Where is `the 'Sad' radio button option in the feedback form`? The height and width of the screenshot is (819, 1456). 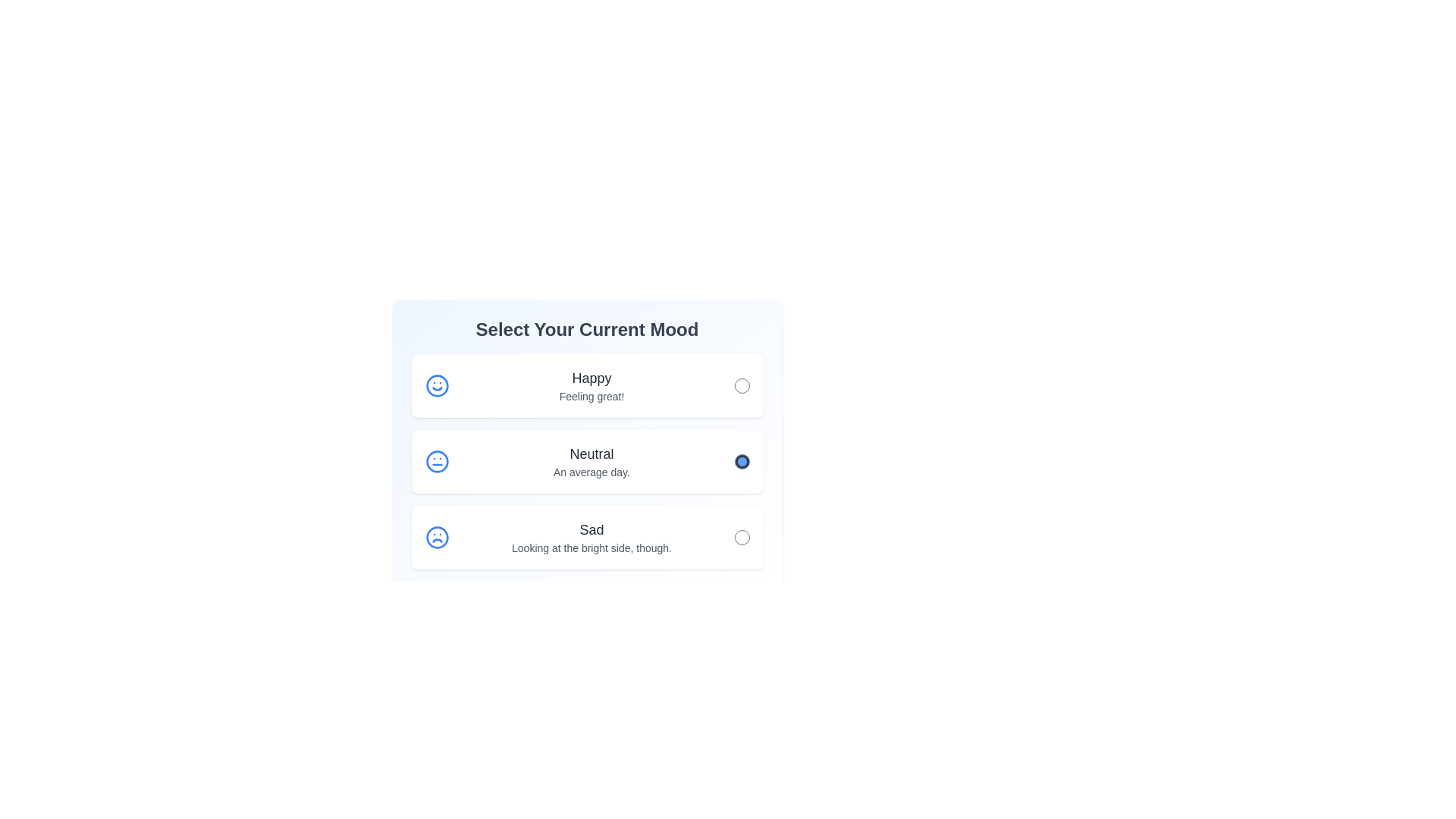
the 'Sad' radio button option in the feedback form is located at coordinates (586, 537).